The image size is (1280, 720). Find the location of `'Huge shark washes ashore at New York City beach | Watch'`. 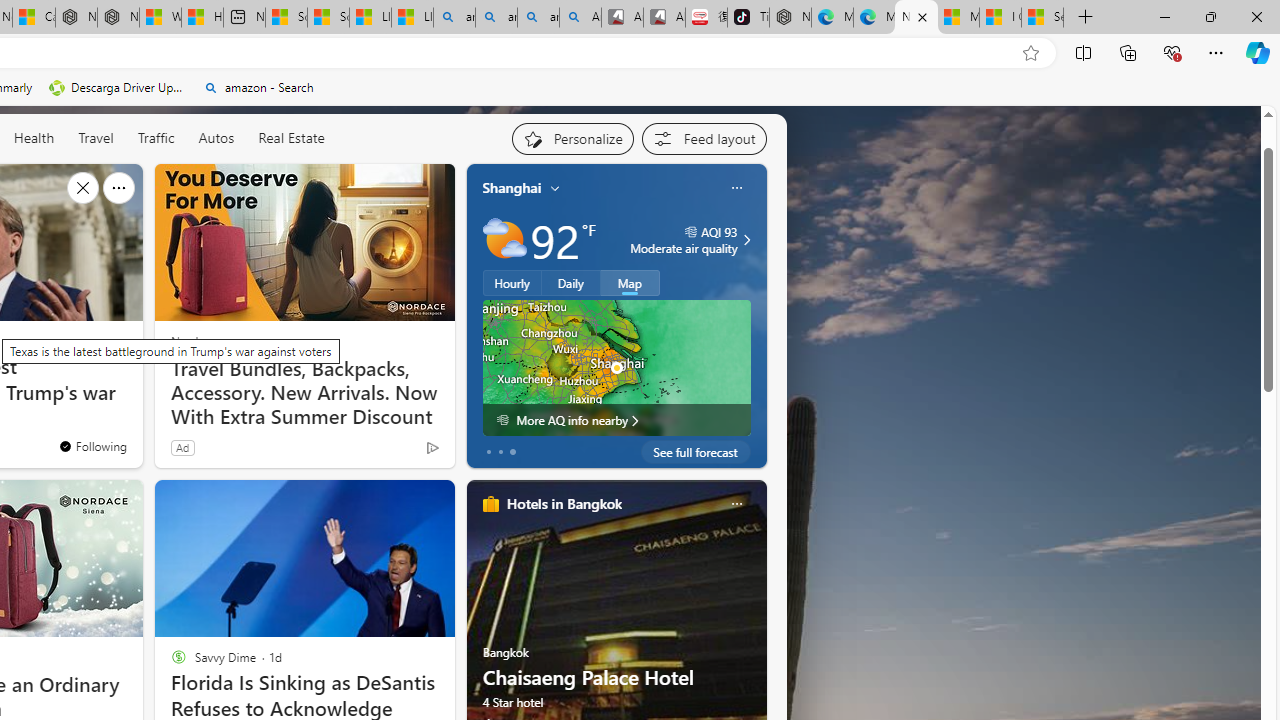

'Huge shark washes ashore at New York City beach | Watch' is located at coordinates (202, 17).